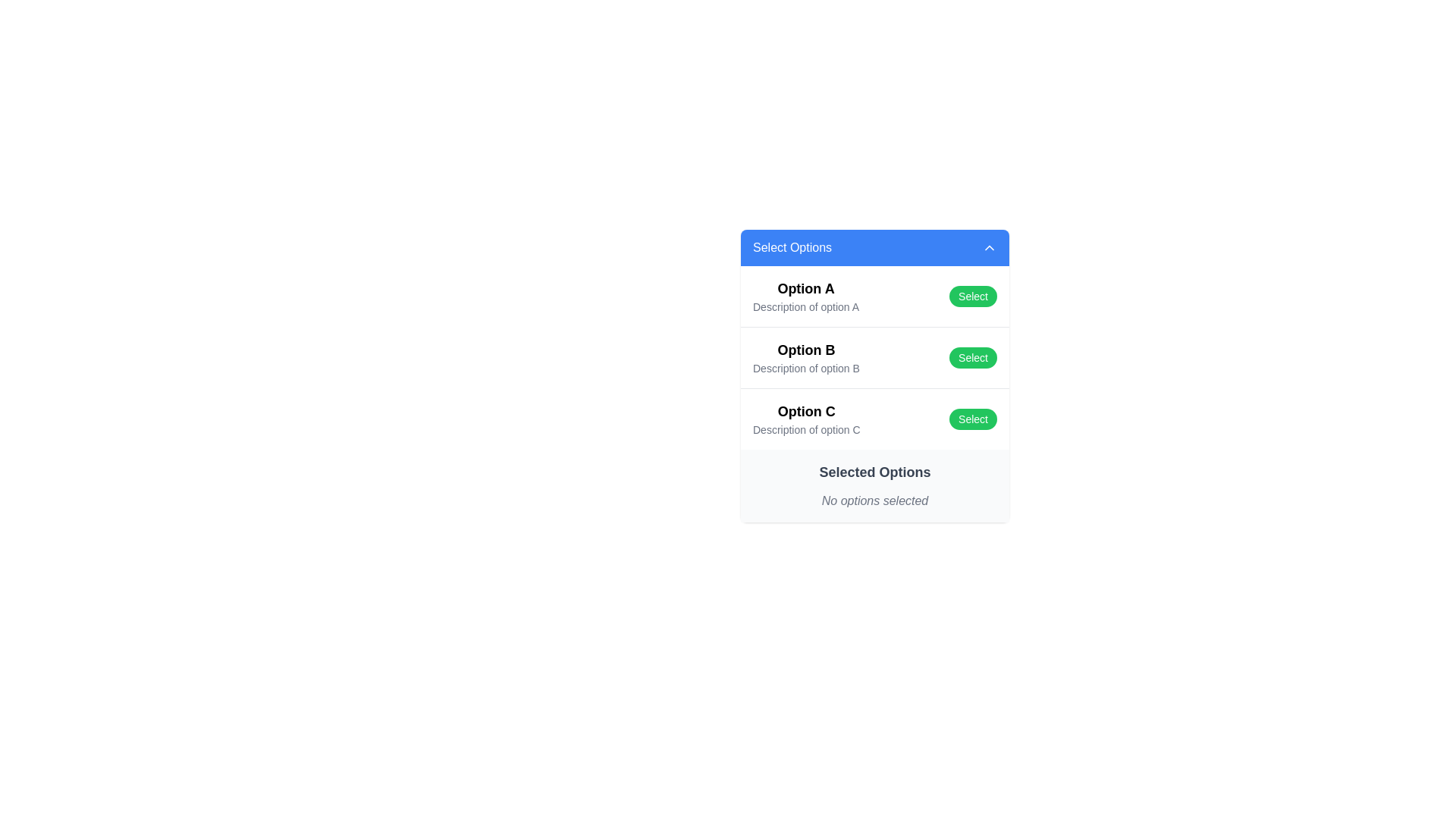 The image size is (1456, 819). Describe the element at coordinates (805, 296) in the screenshot. I see `the first option in the selection list under the blue header 'Select Options', which serves as a visual reference for the user` at that location.